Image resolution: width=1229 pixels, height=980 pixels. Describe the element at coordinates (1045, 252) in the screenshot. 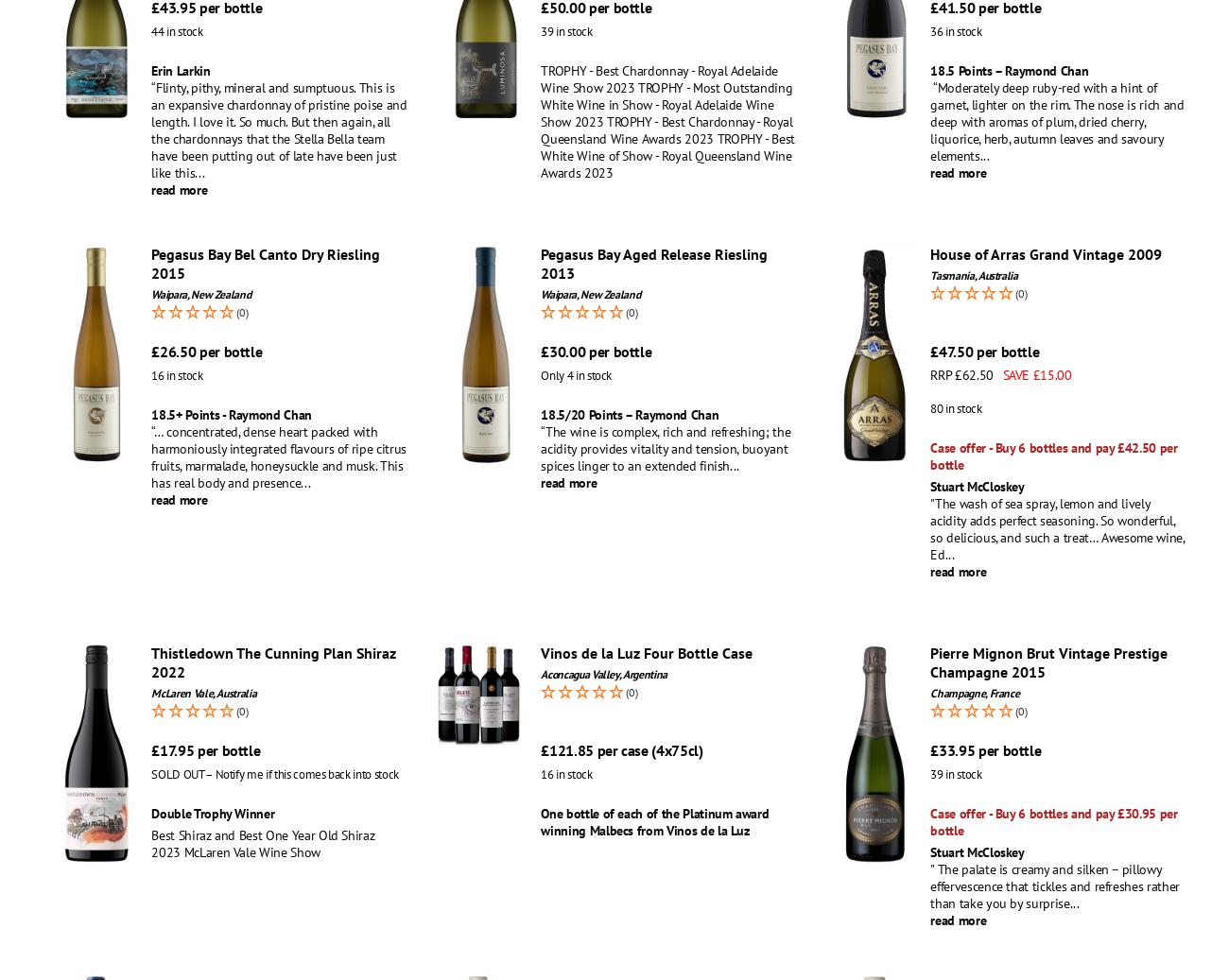

I see `'House of Arras Grand Vintage 2009'` at that location.